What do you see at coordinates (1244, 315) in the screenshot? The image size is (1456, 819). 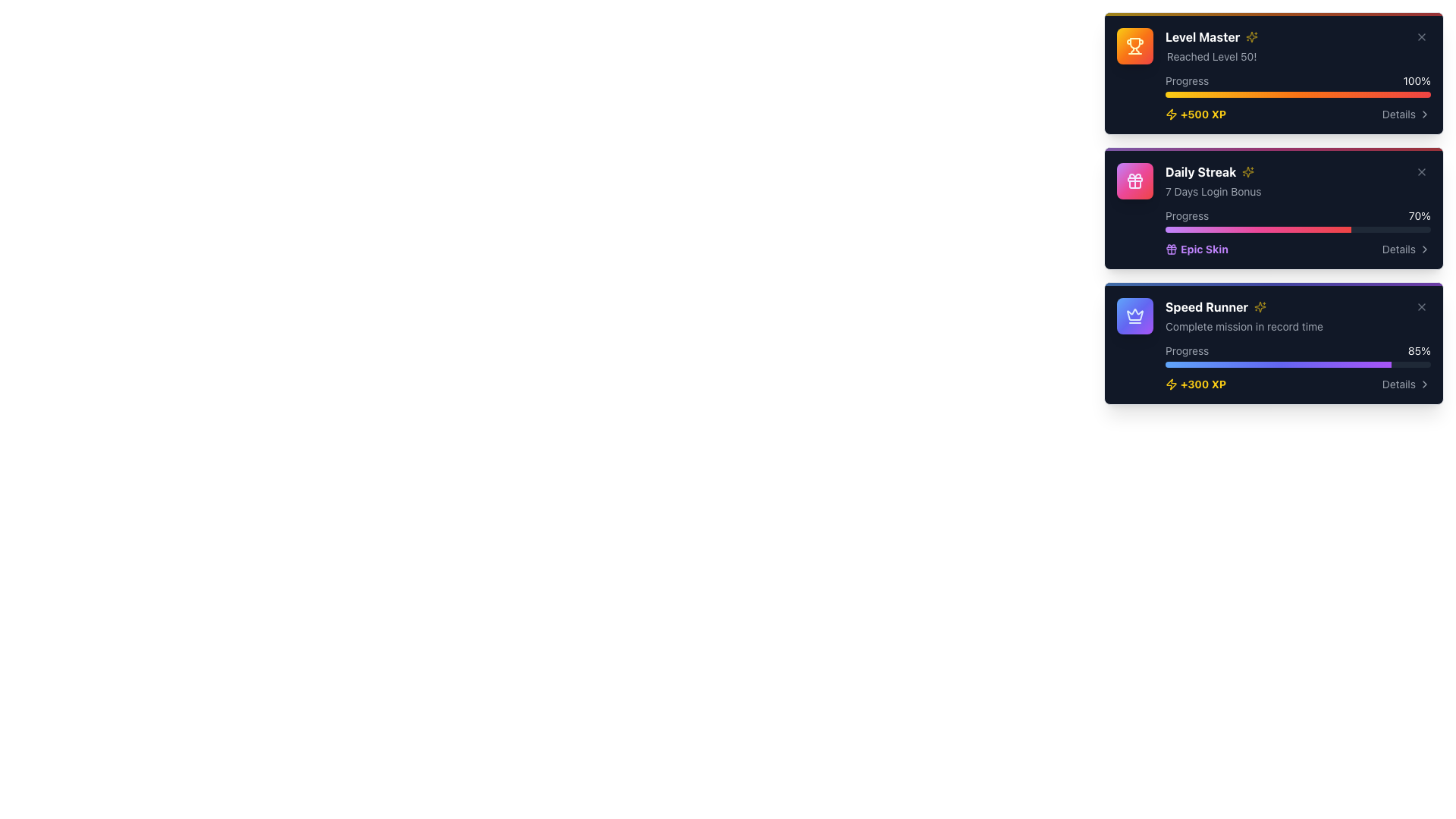 I see `the text block titled 'Speed Runner' which features a yellow sparkling icon and a subtitle 'Complete mission in record time', located at the bottom of a vertical stack of similar components` at bounding box center [1244, 315].